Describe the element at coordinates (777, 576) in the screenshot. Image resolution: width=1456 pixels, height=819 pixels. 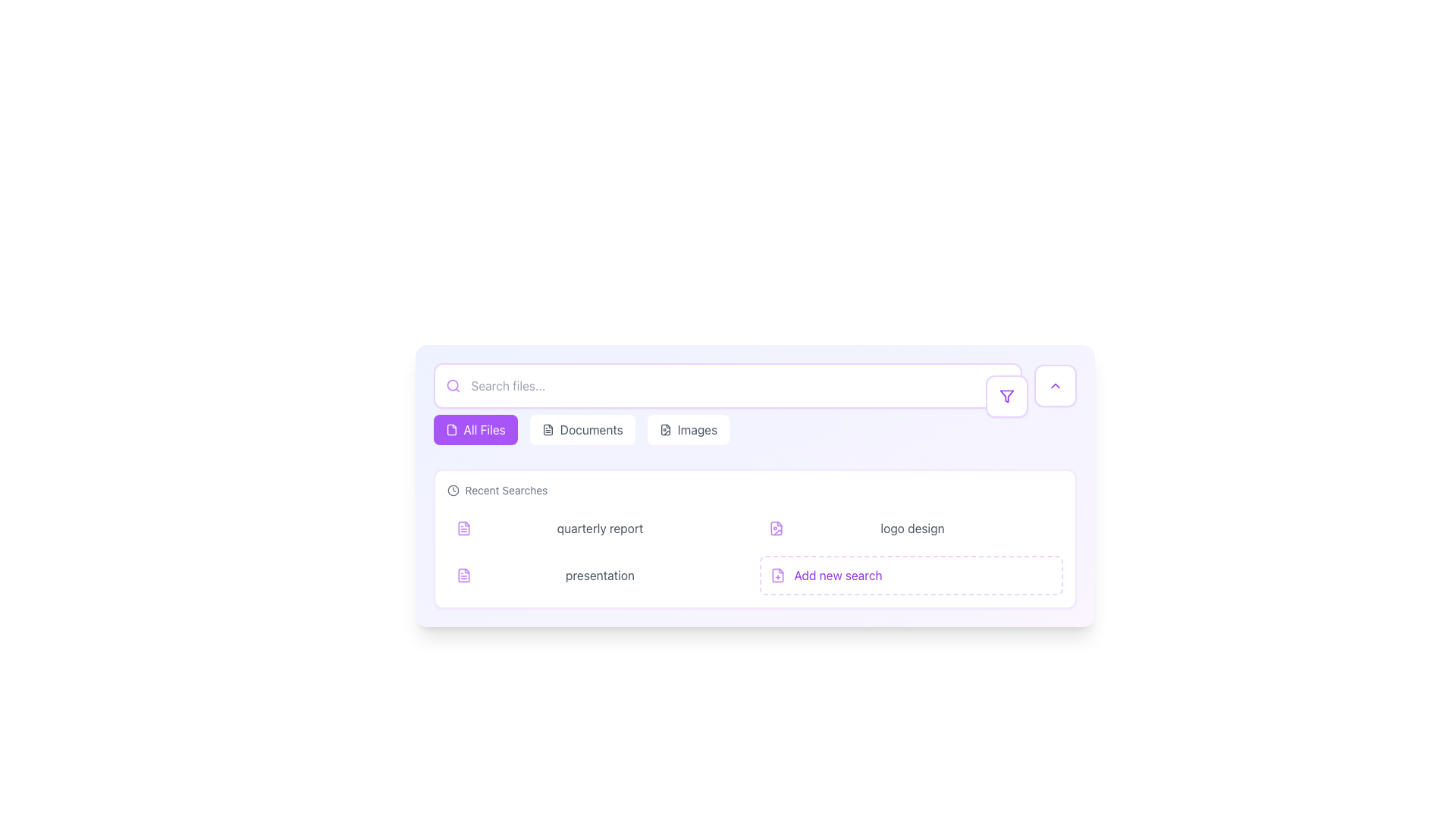
I see `the vector graphic element that is part of the document icon located in the bottom-right corner of the 'Recent Searches' section, associated with the 'Add new search' functionality` at that location.